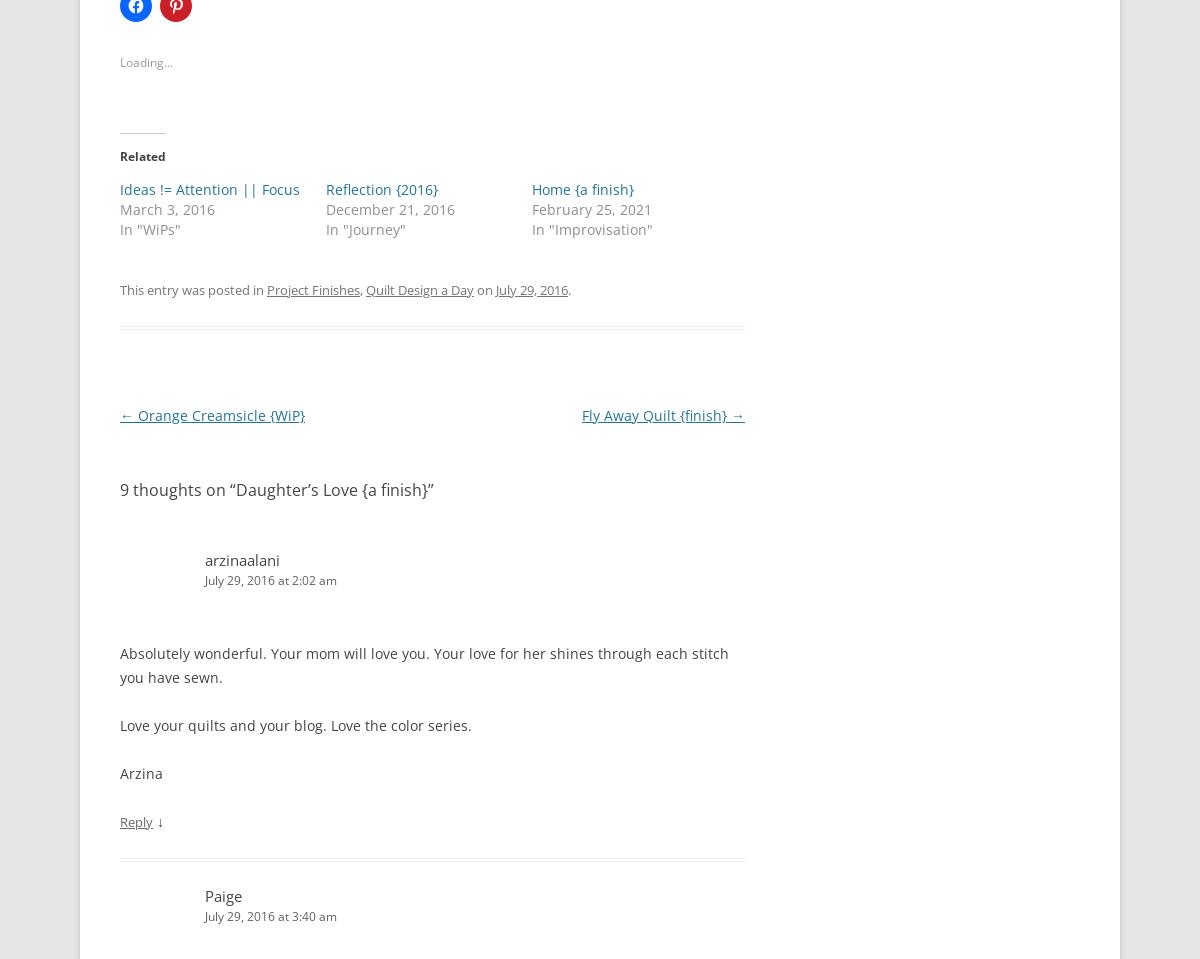  I want to click on 'July 29, 2016 at 2:02 am', so click(269, 579).